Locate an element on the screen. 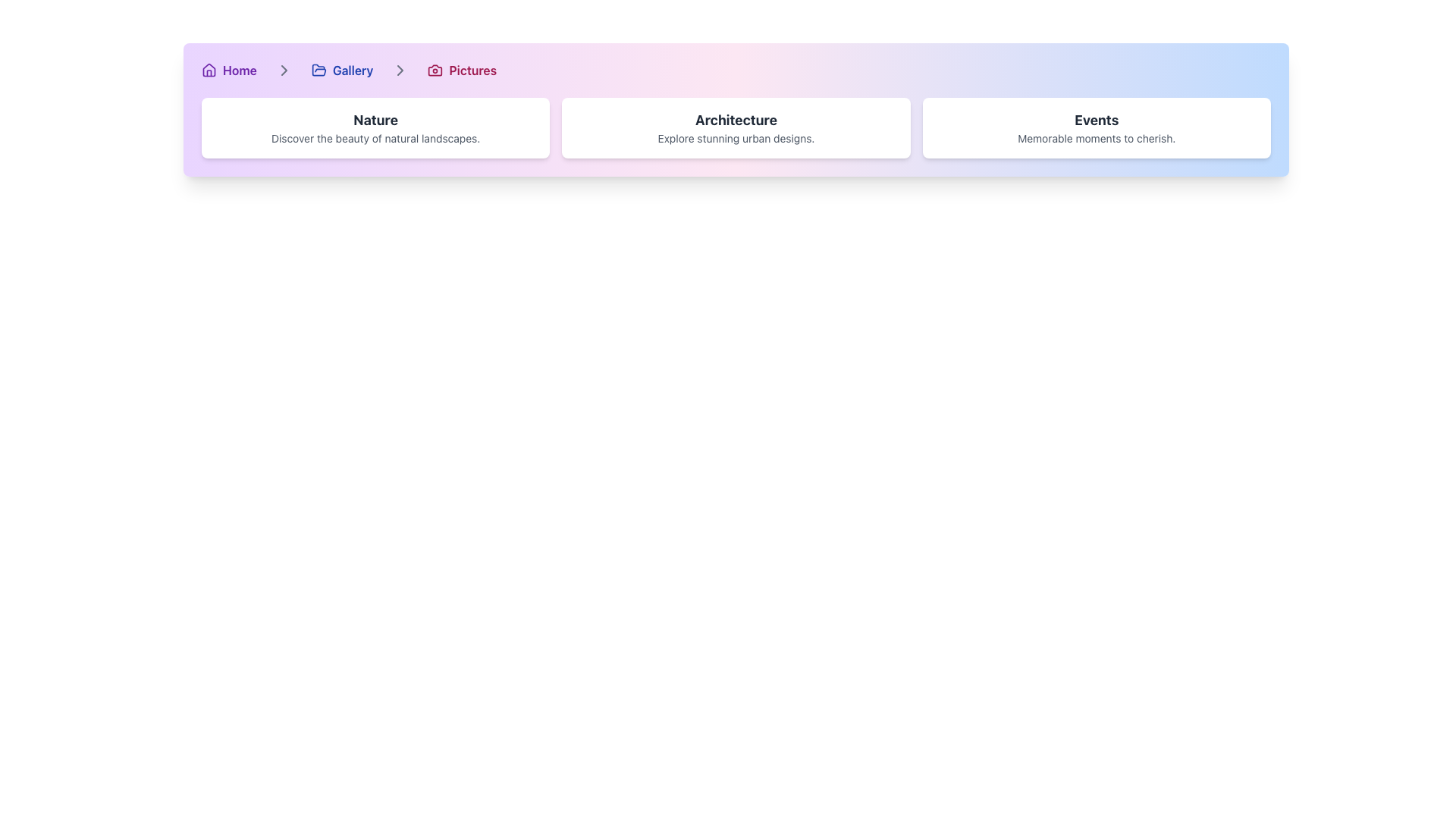 The height and width of the screenshot is (819, 1456). the static Text label in the breadcrumb navigation, which is the last item after 'Gallery' and to the right of the camera icon is located at coordinates (472, 70).